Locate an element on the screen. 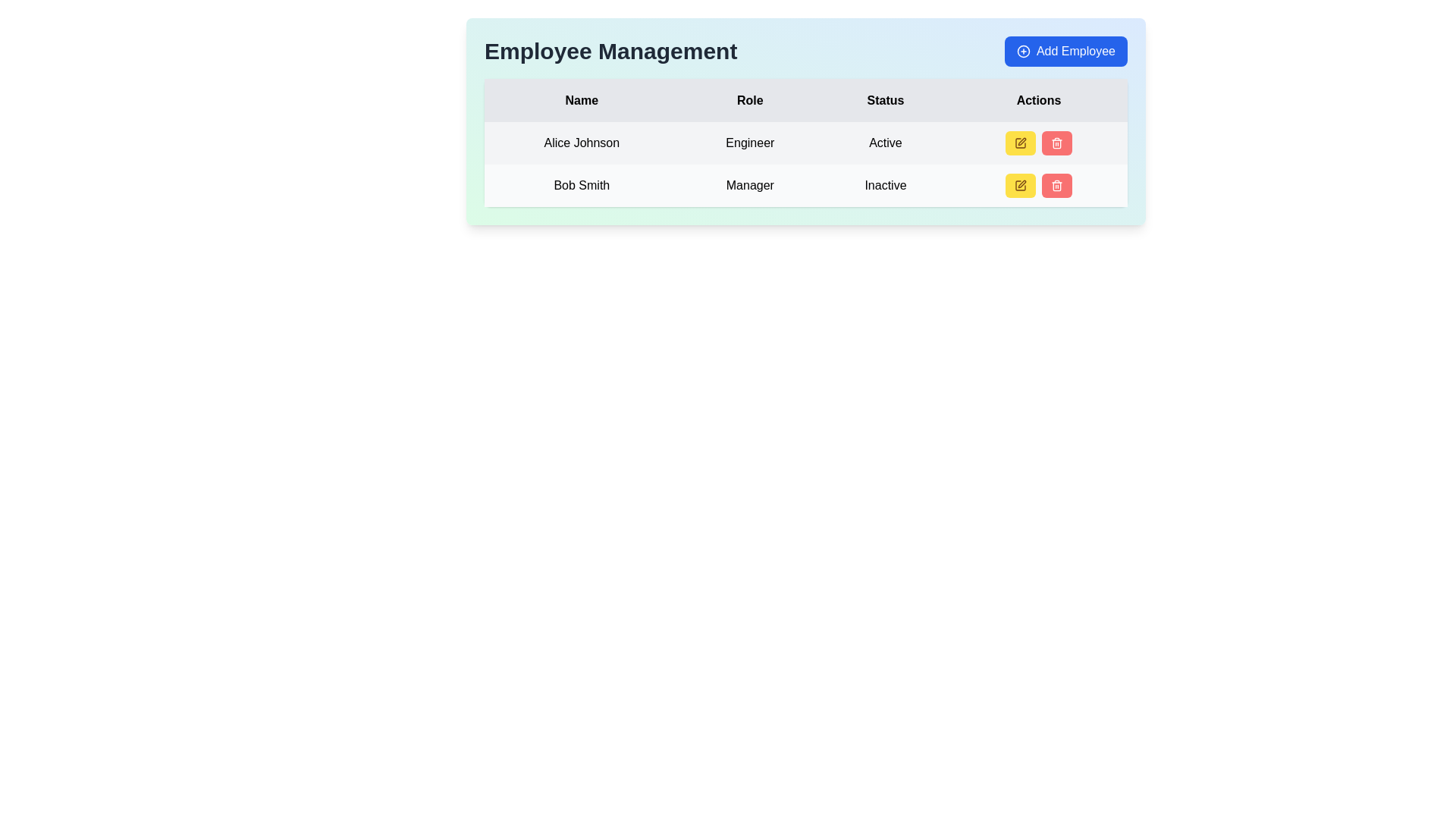  the square pen icon within the yellow button in the Actions column of the second row of the table to initiate the button action is located at coordinates (1020, 143).